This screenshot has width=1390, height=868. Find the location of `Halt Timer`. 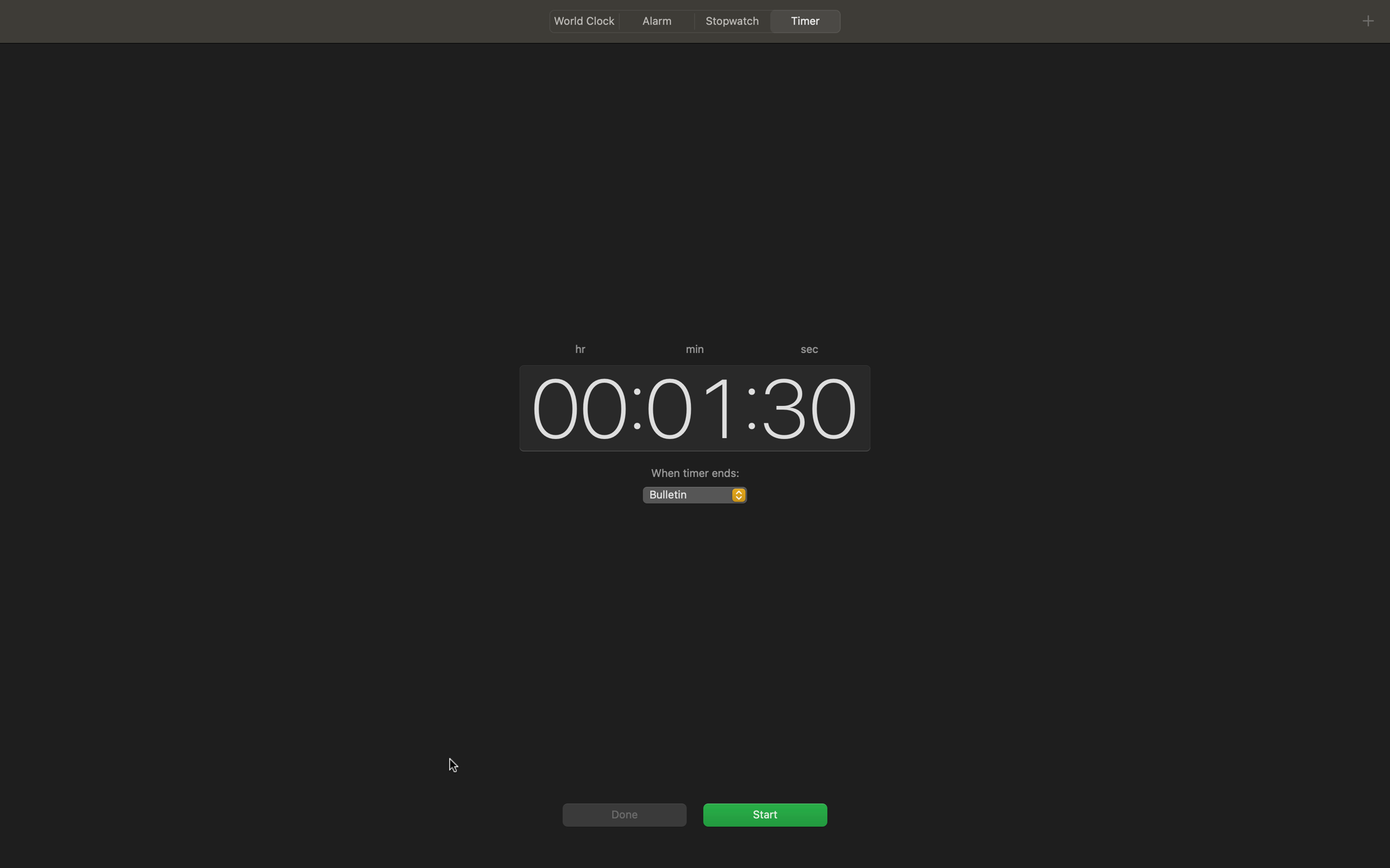

Halt Timer is located at coordinates (764, 813).